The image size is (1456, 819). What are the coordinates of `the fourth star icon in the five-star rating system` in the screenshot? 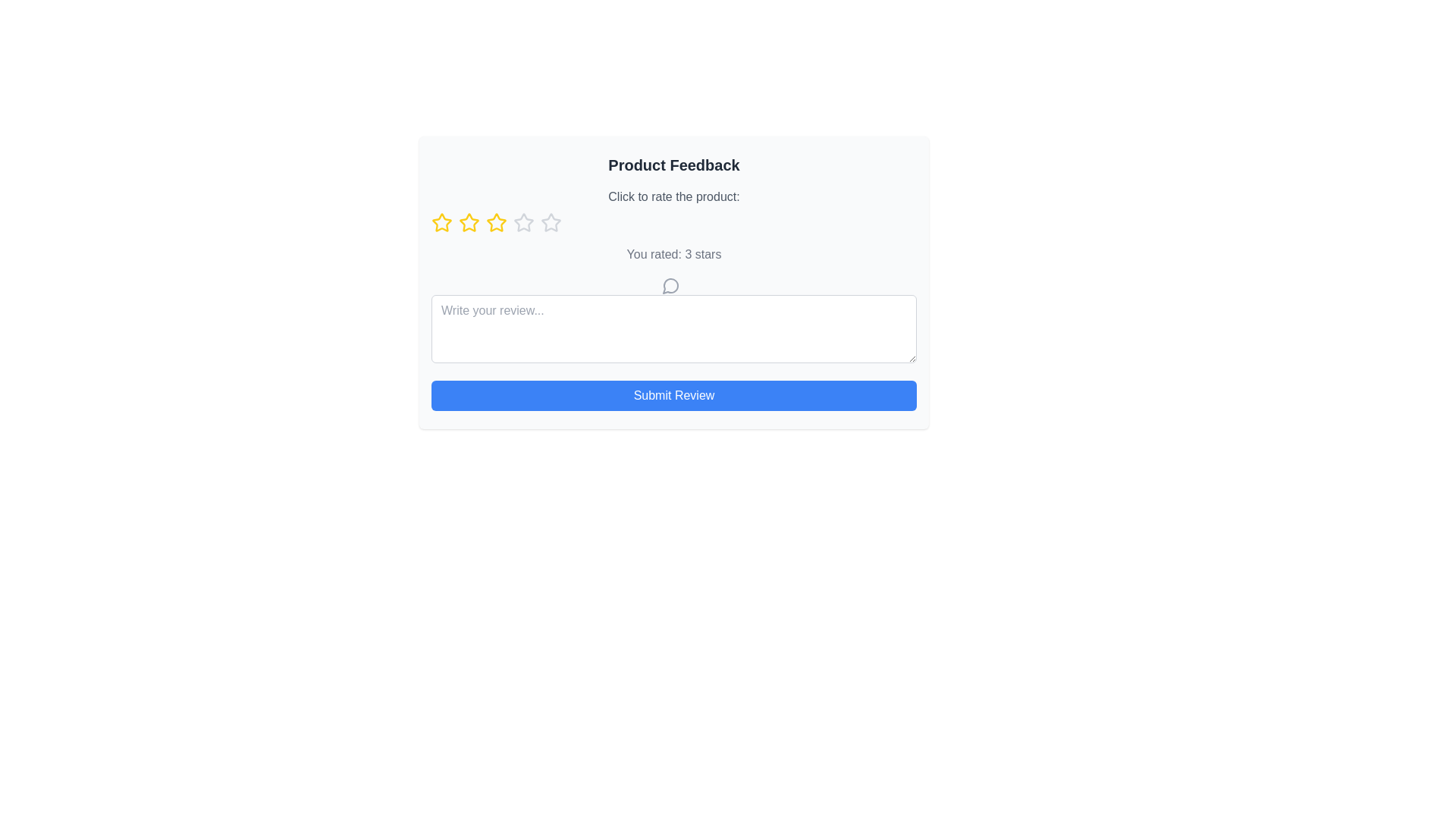 It's located at (524, 222).